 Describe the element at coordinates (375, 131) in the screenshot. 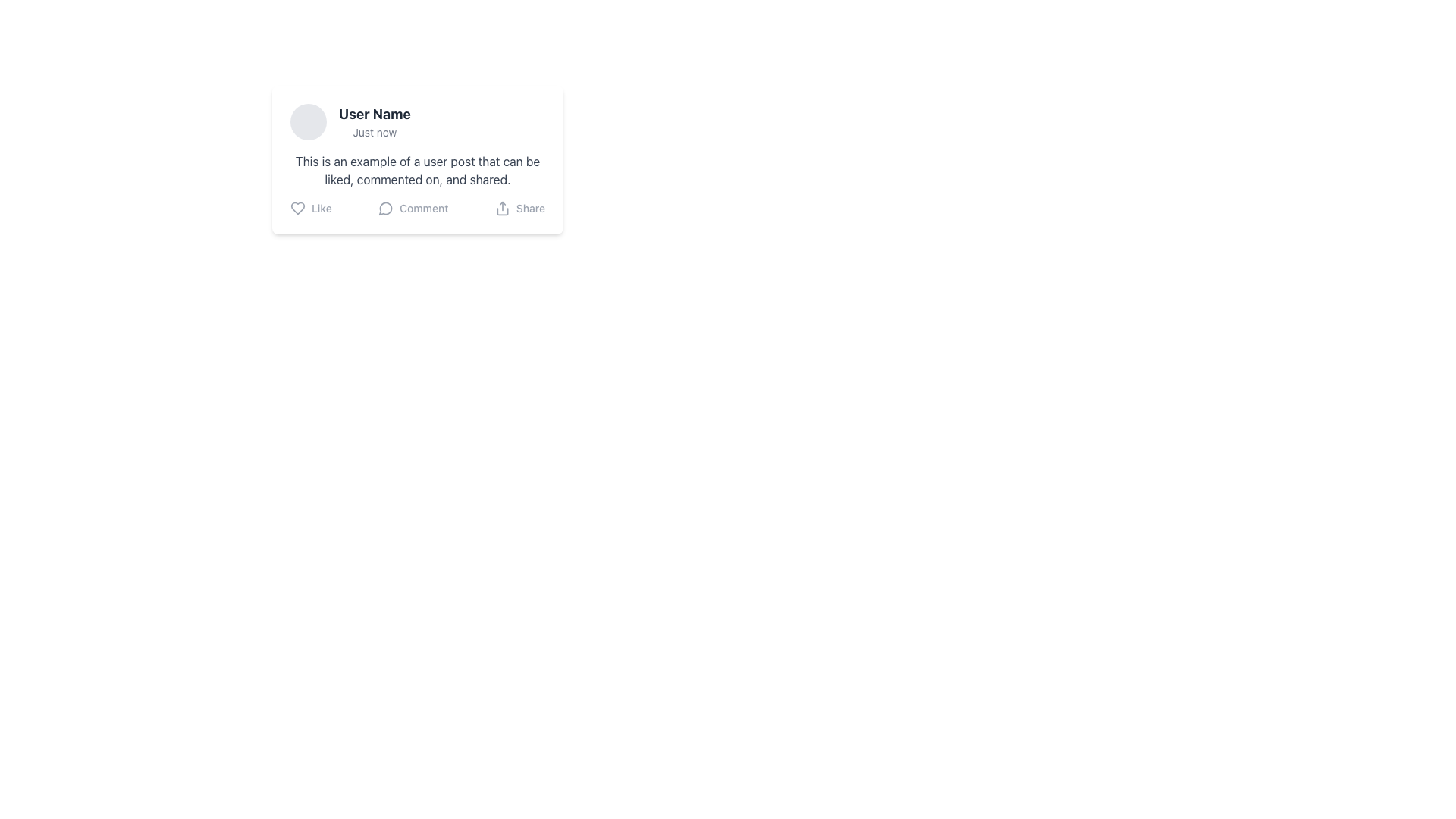

I see `the timestamp text label located directly below the 'User Name' text to trigger any hidden actions` at that location.